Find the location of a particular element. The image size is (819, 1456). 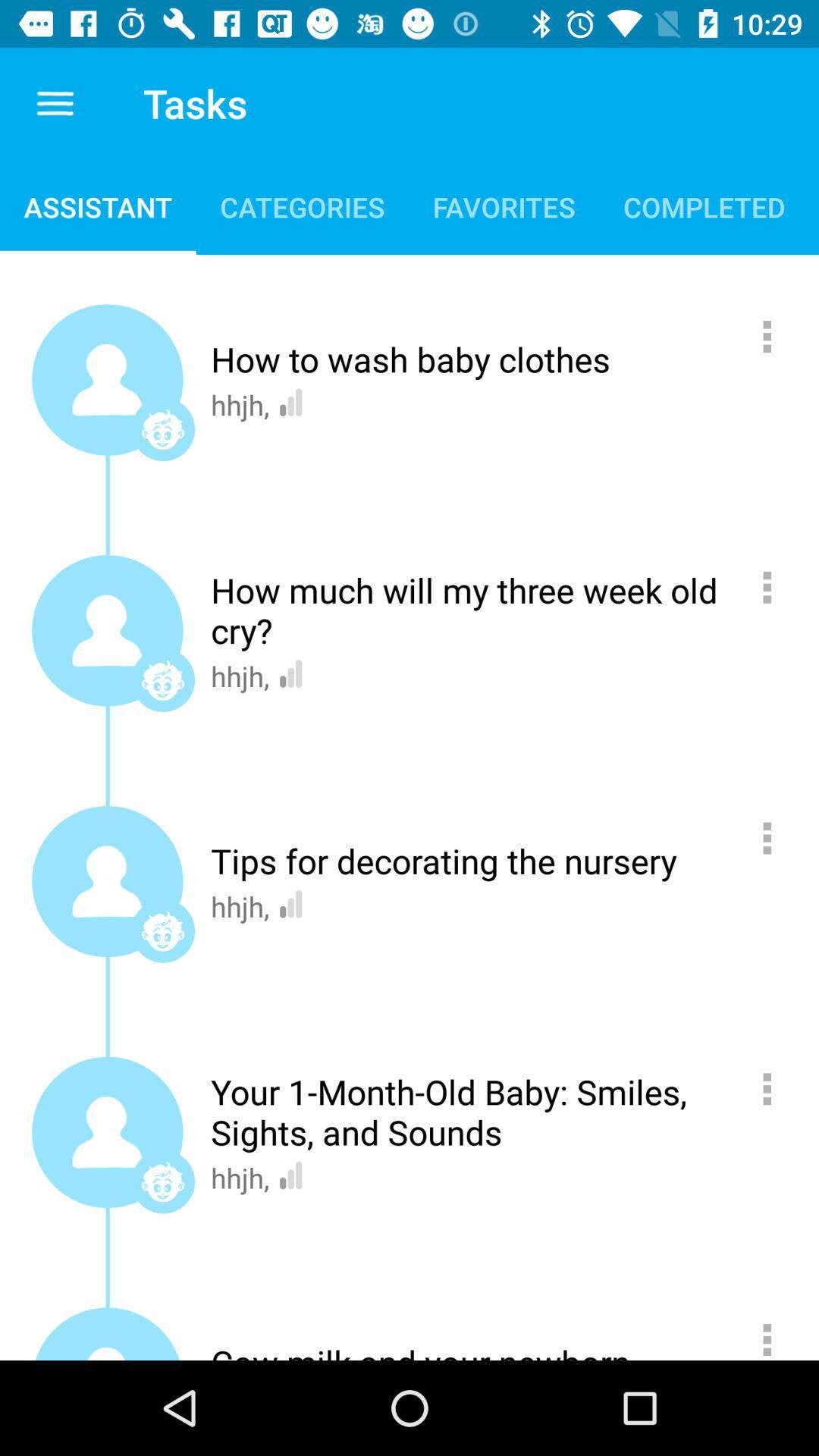

the icon next to the tasks icon is located at coordinates (55, 102).